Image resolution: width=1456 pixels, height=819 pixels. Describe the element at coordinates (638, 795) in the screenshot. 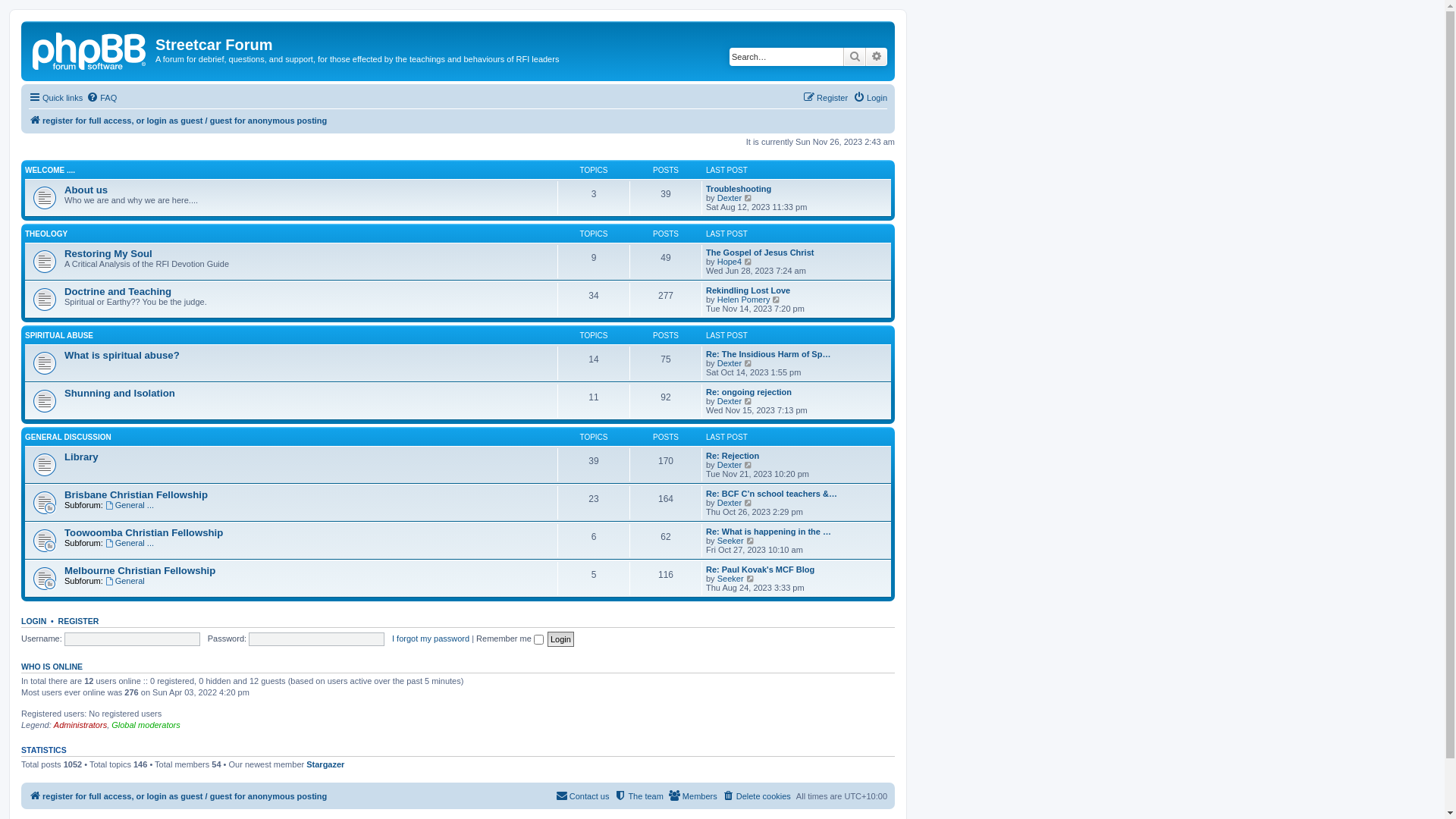

I see `'The team'` at that location.